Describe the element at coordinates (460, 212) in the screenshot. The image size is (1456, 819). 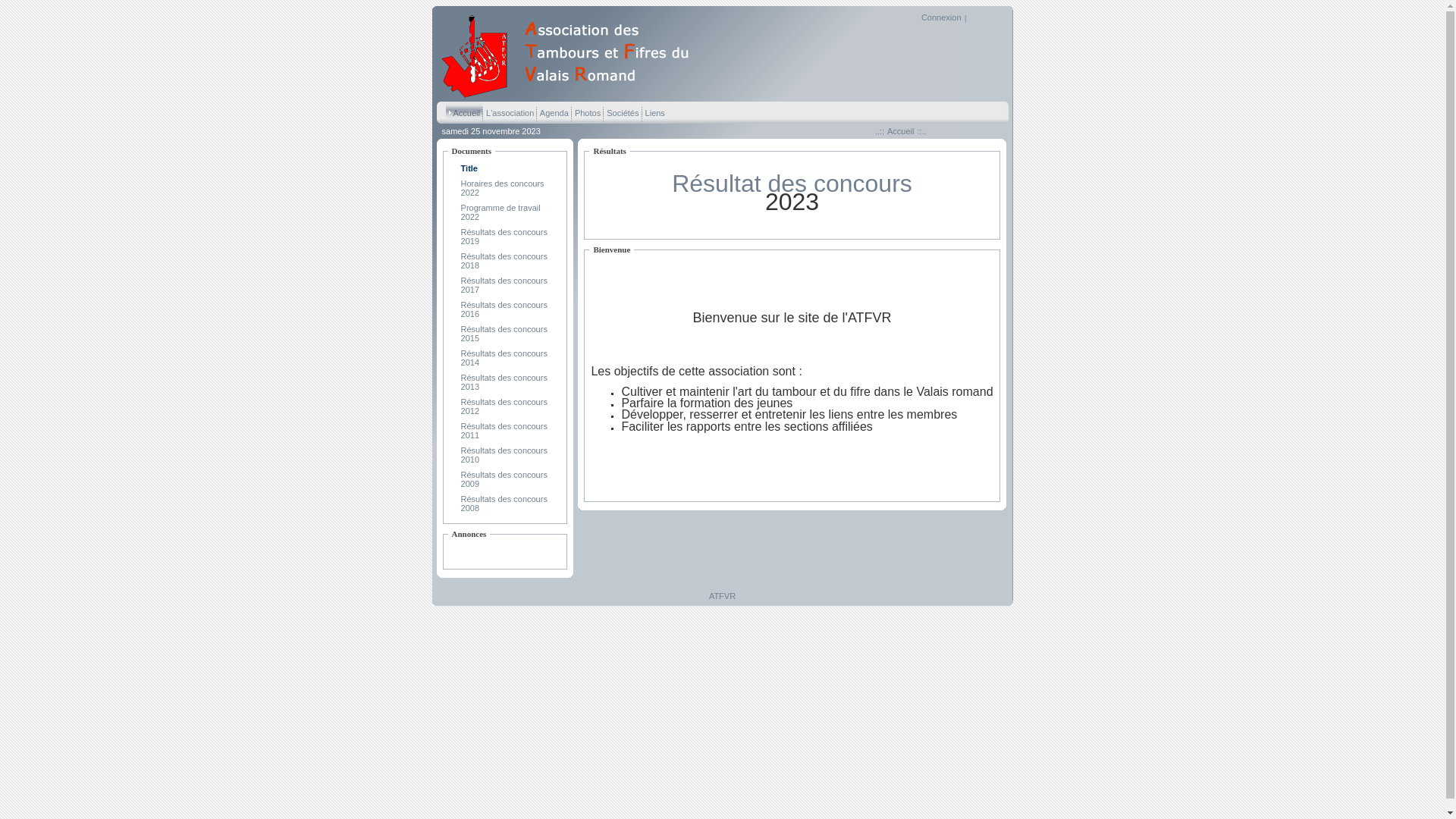
I see `'Programme de travail 2022'` at that location.